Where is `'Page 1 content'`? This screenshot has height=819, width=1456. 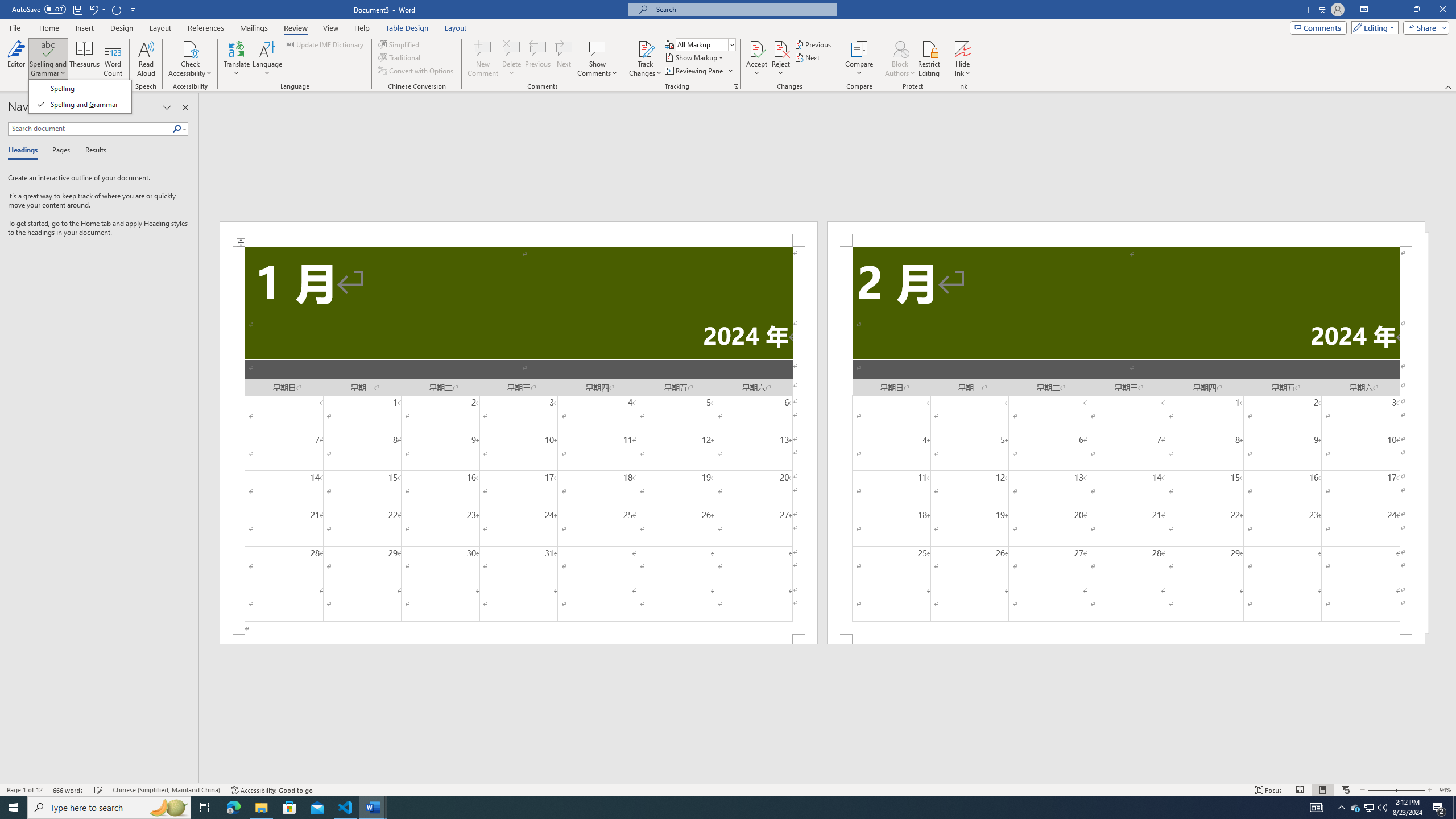
'Page 1 content' is located at coordinates (519, 440).